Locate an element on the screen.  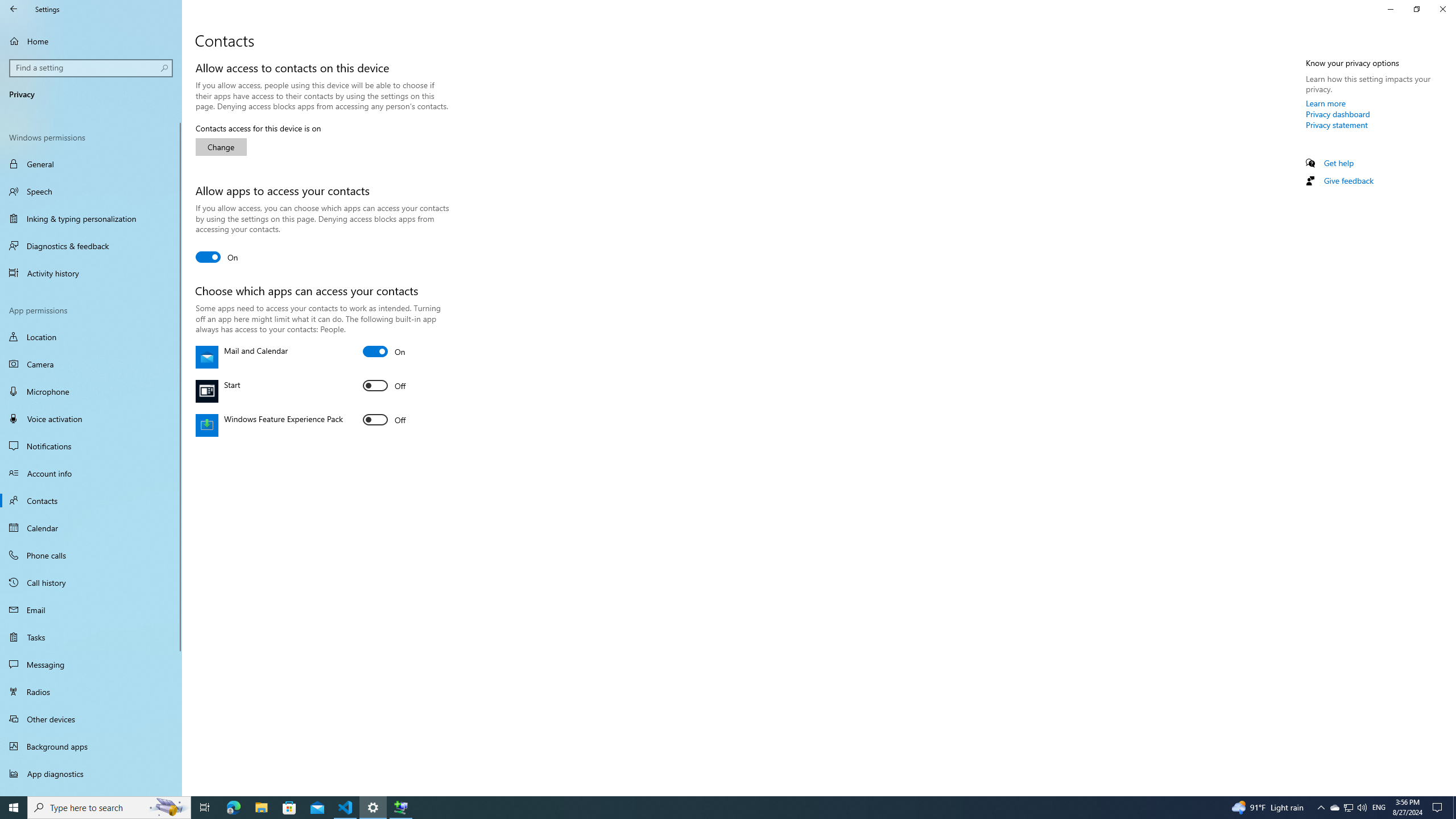
'Search highlights icon opens search home window' is located at coordinates (167, 806).